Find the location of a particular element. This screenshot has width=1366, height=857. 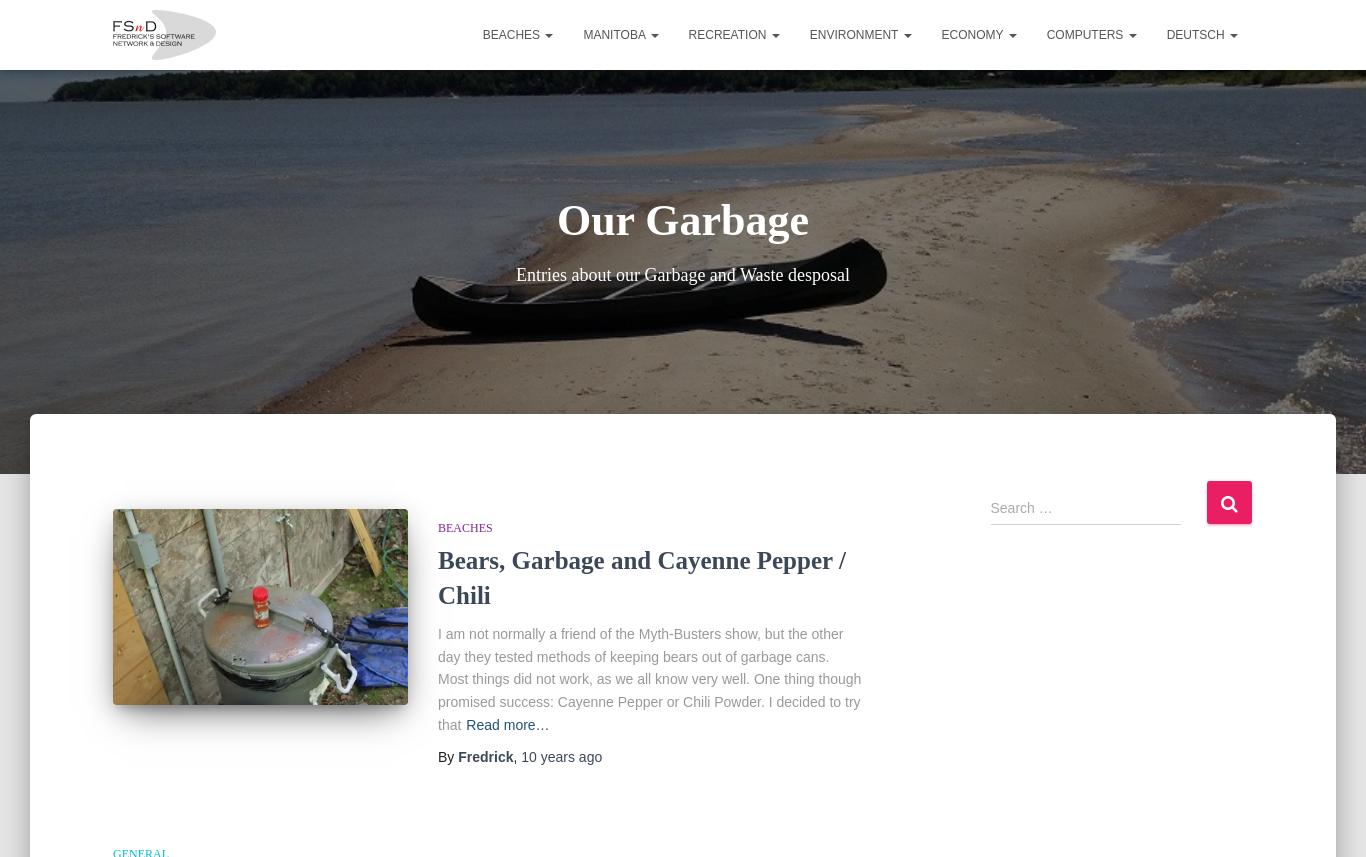

'ago' is located at coordinates (587, 755).